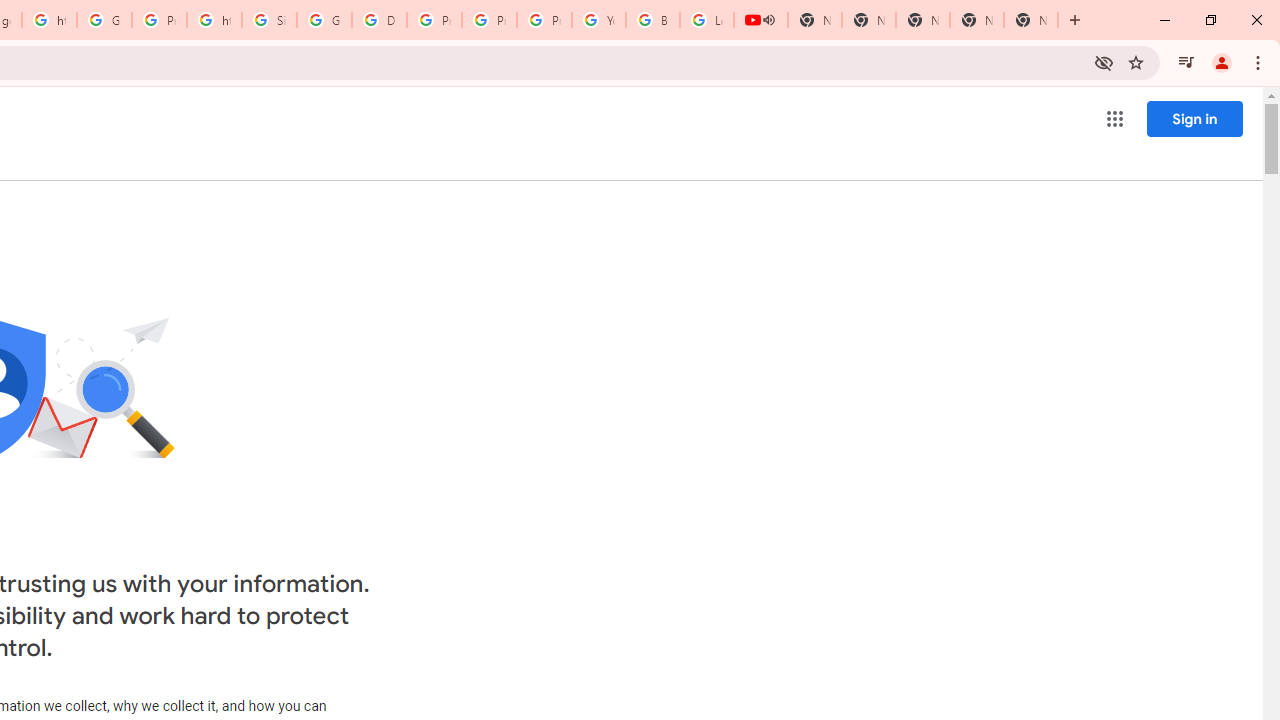  I want to click on 'Mute tab', so click(768, 20).